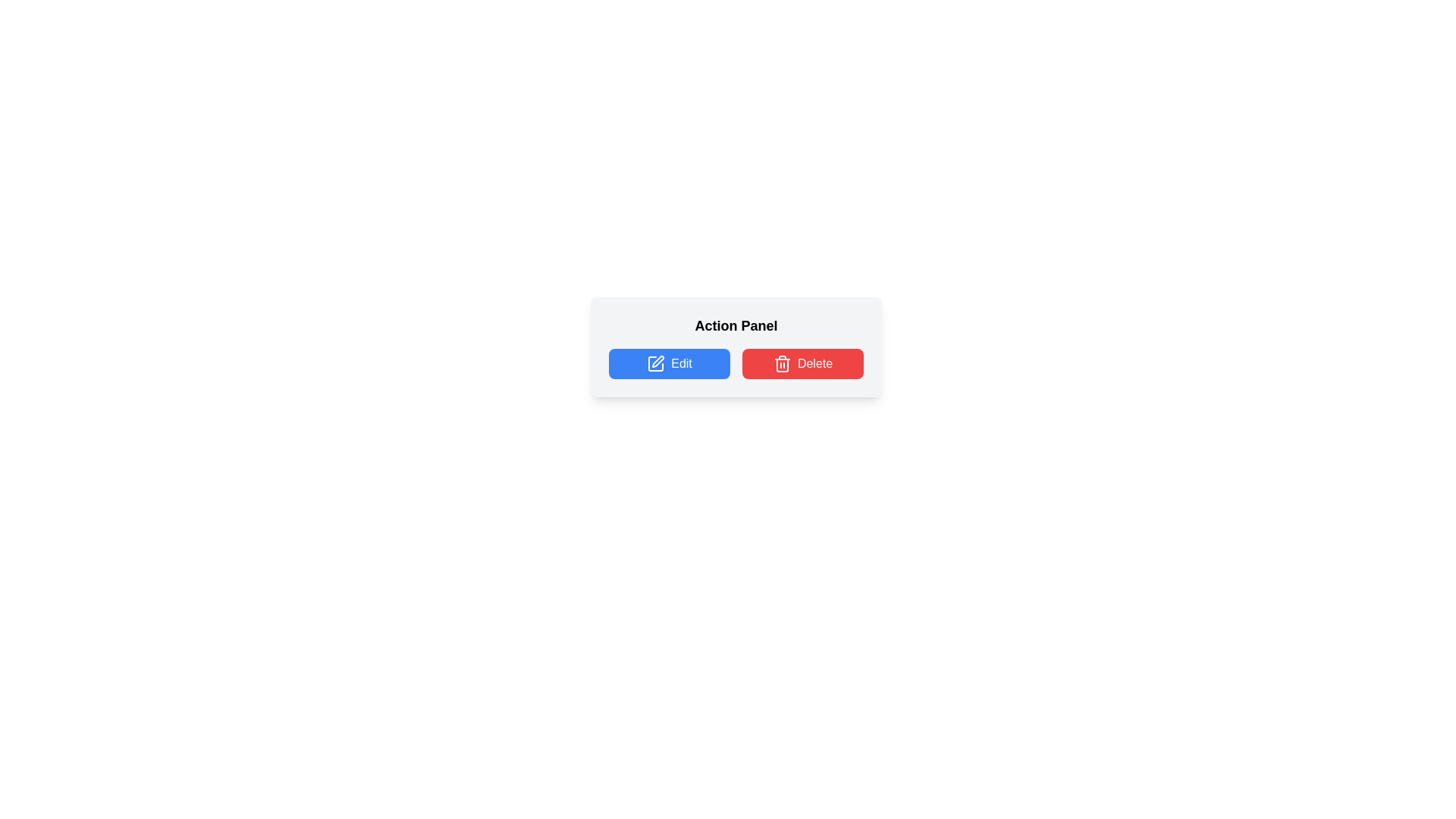 The width and height of the screenshot is (1456, 819). What do you see at coordinates (680, 363) in the screenshot?
I see `the 'Edit' text label, which is styled in white font on a blue rectangular button, located below the 'Action Panel' text and next to the red 'Delete' button` at bounding box center [680, 363].